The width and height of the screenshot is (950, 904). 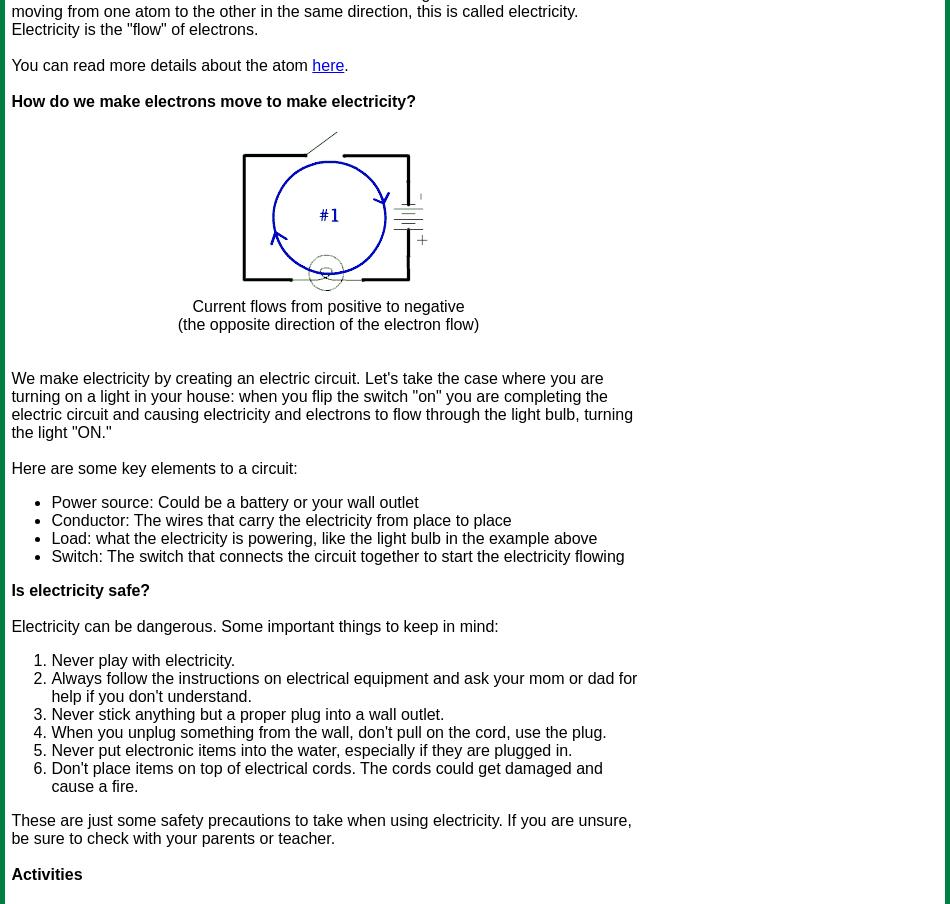 I want to click on '.', so click(x=344, y=65).